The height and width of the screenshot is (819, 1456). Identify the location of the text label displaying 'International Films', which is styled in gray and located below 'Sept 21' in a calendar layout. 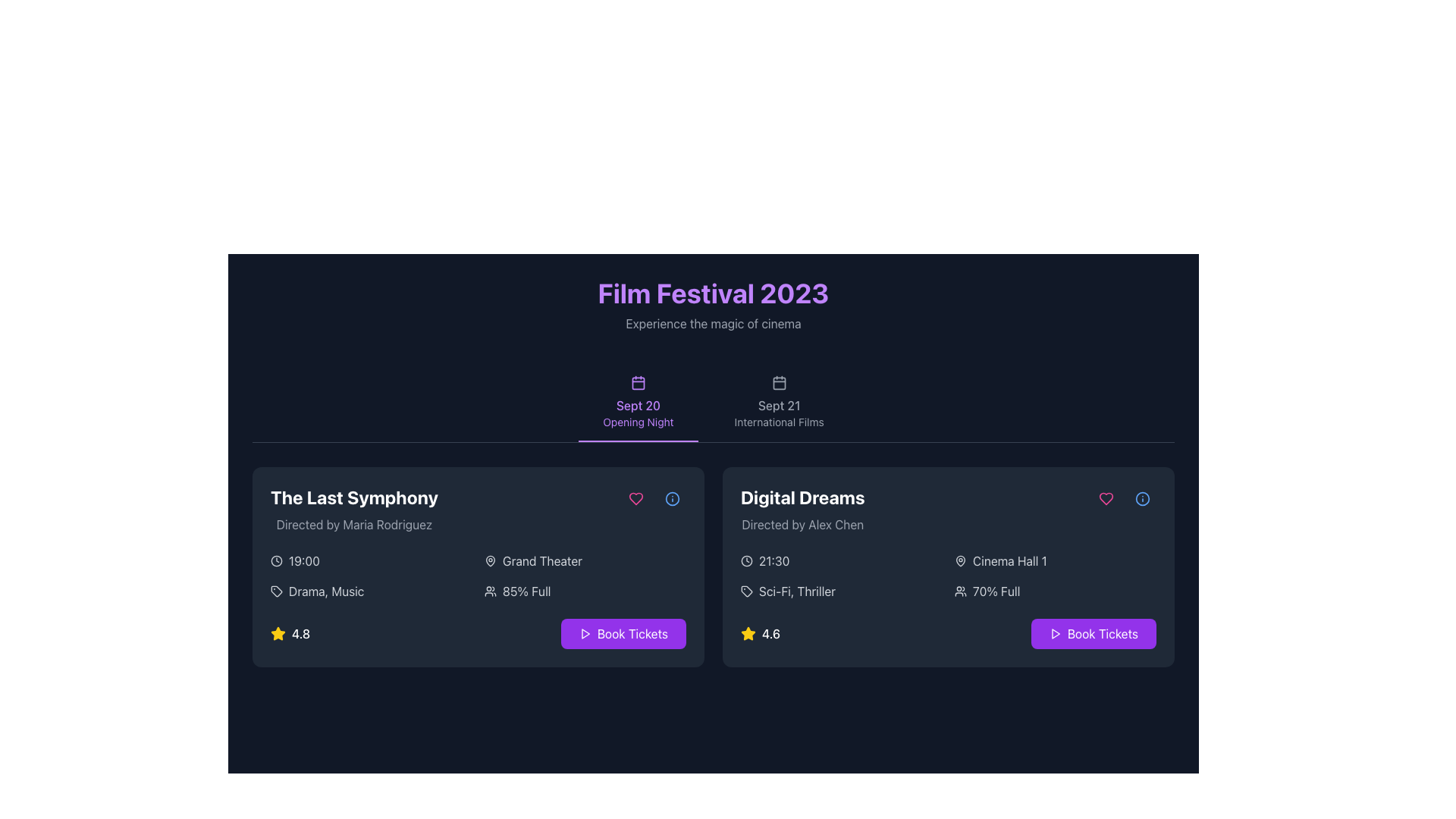
(779, 422).